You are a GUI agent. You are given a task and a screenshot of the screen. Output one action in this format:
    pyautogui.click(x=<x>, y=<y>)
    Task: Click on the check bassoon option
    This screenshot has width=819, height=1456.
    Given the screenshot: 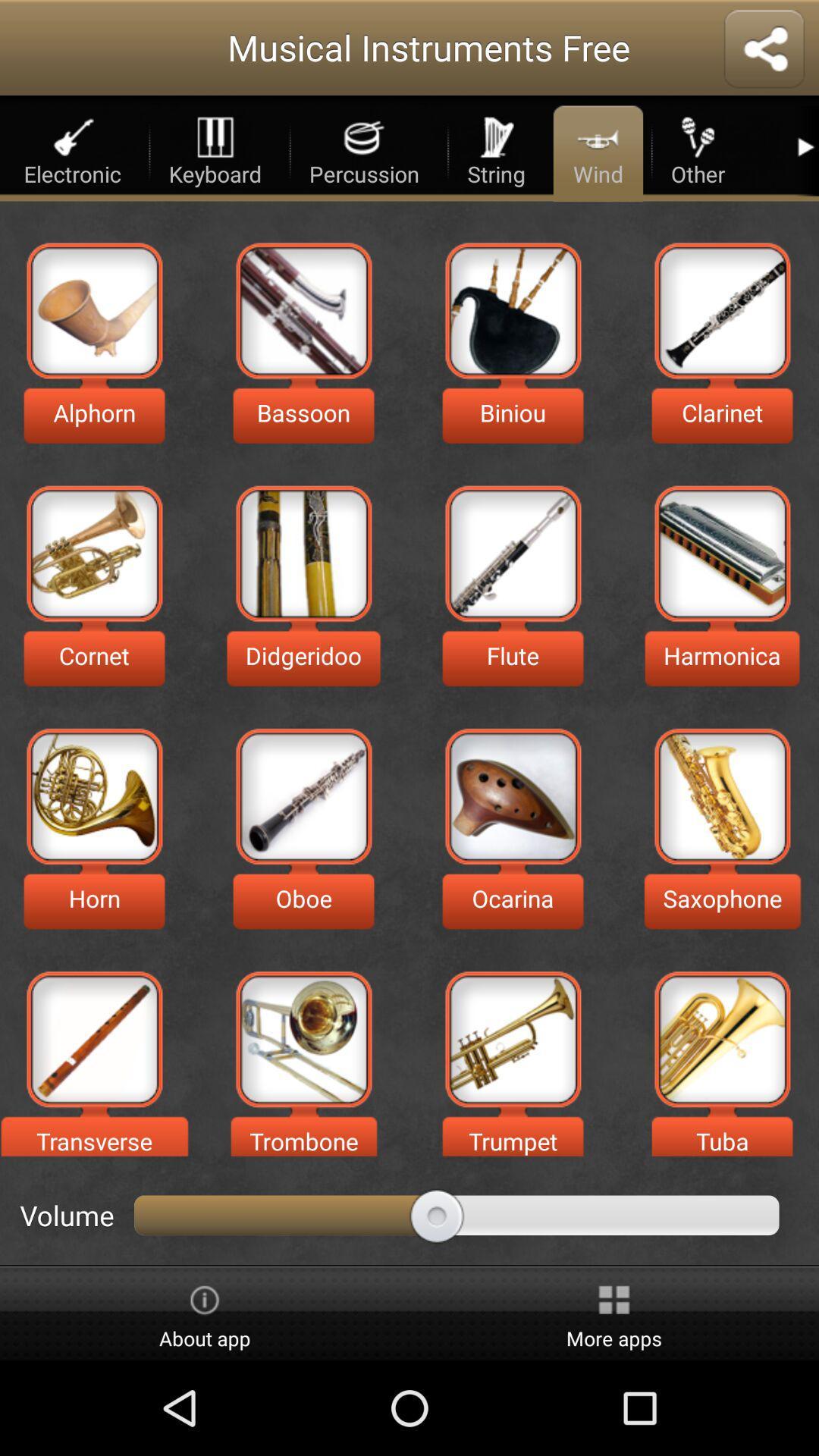 What is the action you would take?
    pyautogui.click(x=303, y=309)
    